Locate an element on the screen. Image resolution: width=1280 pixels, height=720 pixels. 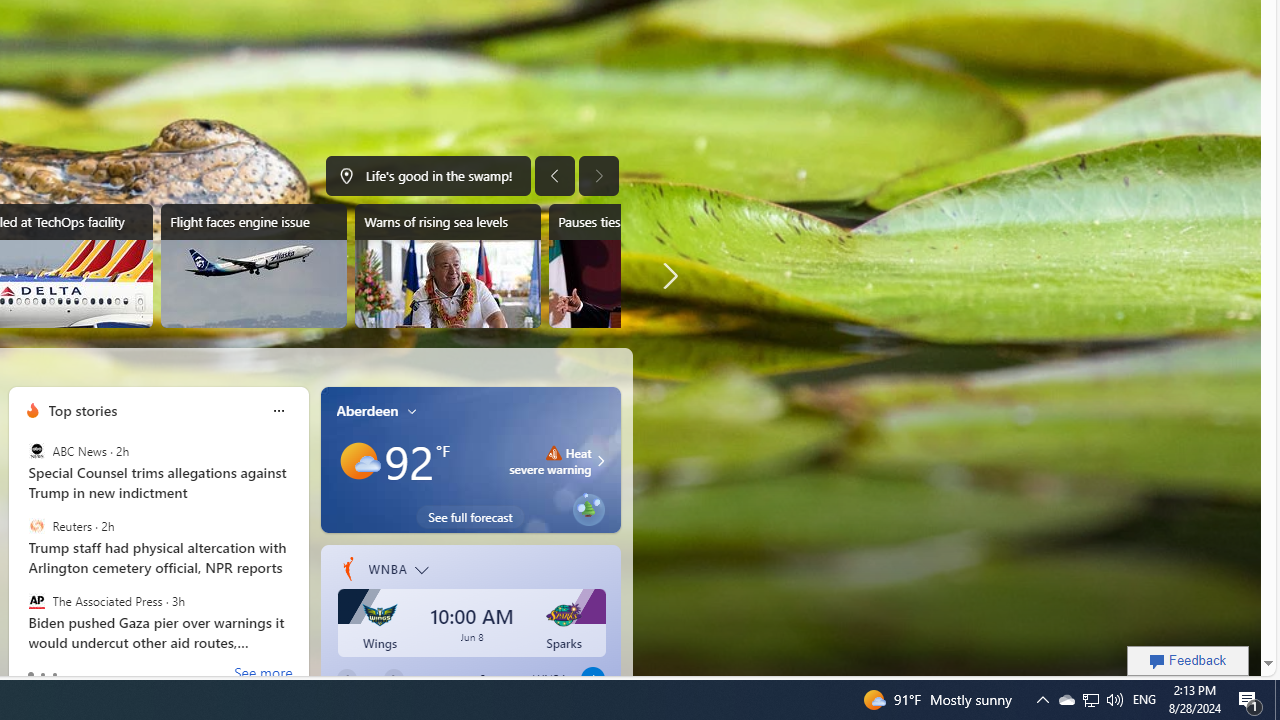
'Grow a virtual seed into a real tree' is located at coordinates (587, 505).